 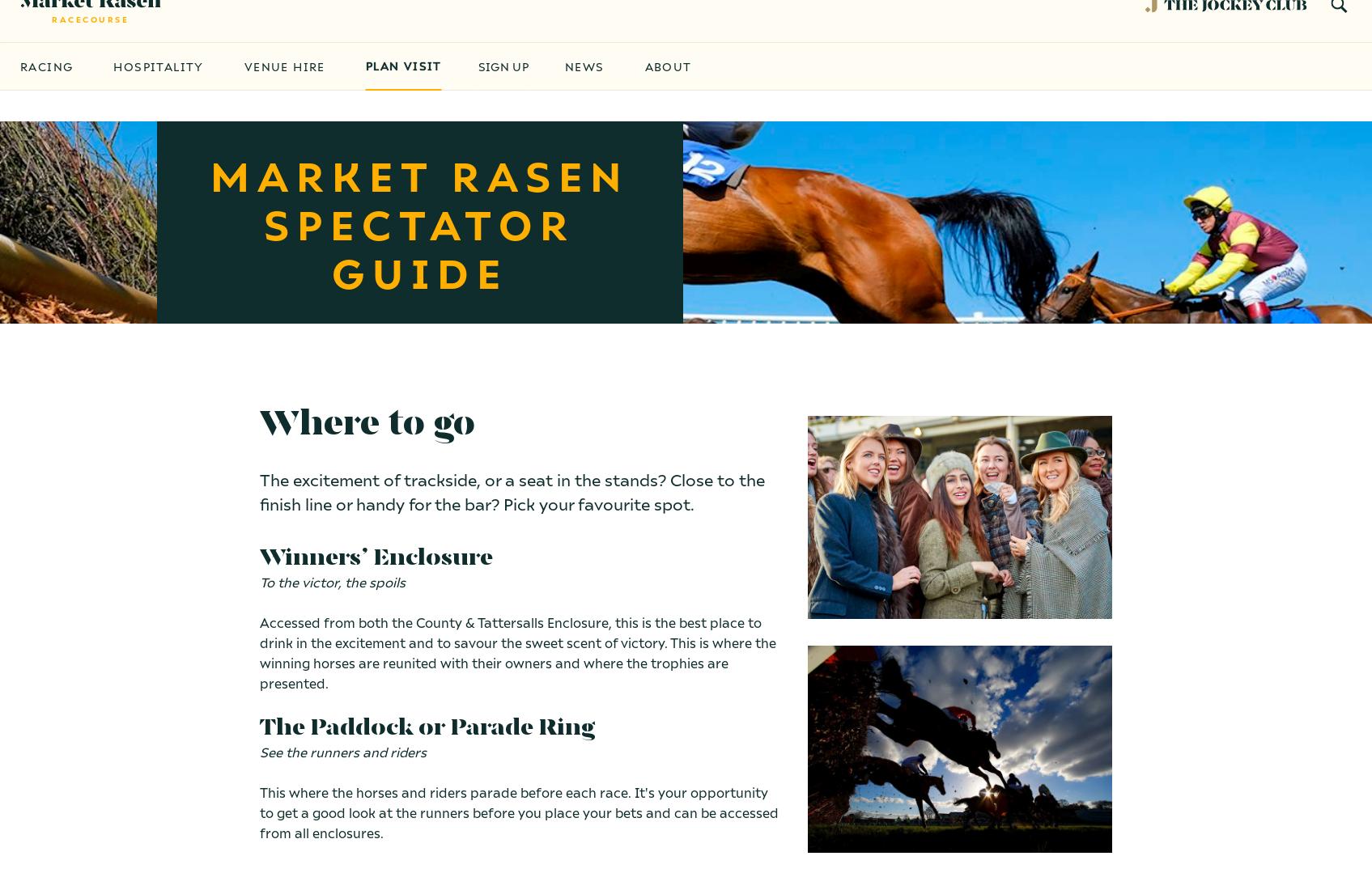 What do you see at coordinates (401, 95) in the screenshot?
I see `'Plan Visit'` at bounding box center [401, 95].